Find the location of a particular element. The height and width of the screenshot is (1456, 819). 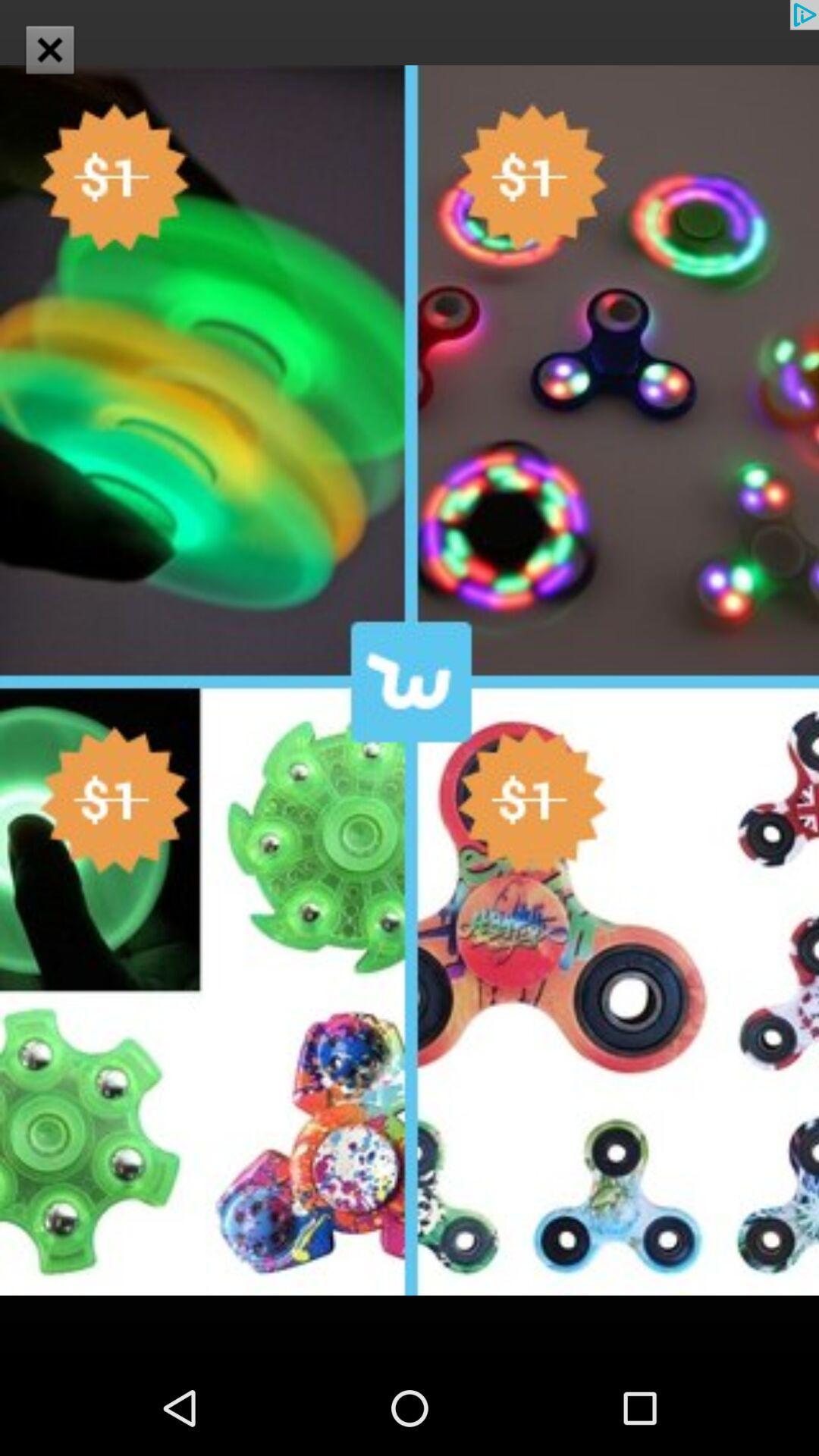

the close icon is located at coordinates (49, 53).